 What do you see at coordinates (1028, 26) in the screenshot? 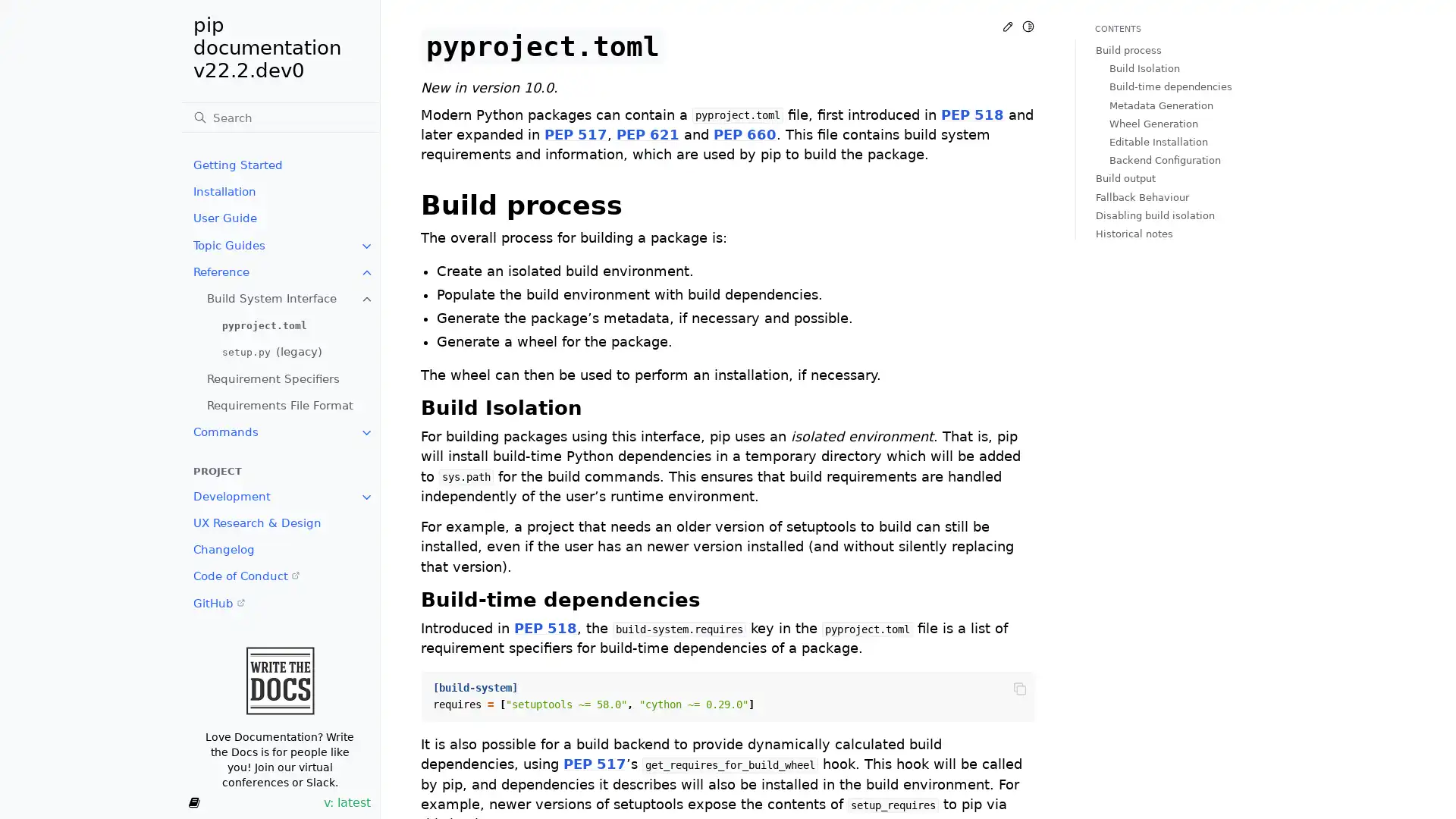
I see `Toggle Light / Dark / Auto color theme` at bounding box center [1028, 26].